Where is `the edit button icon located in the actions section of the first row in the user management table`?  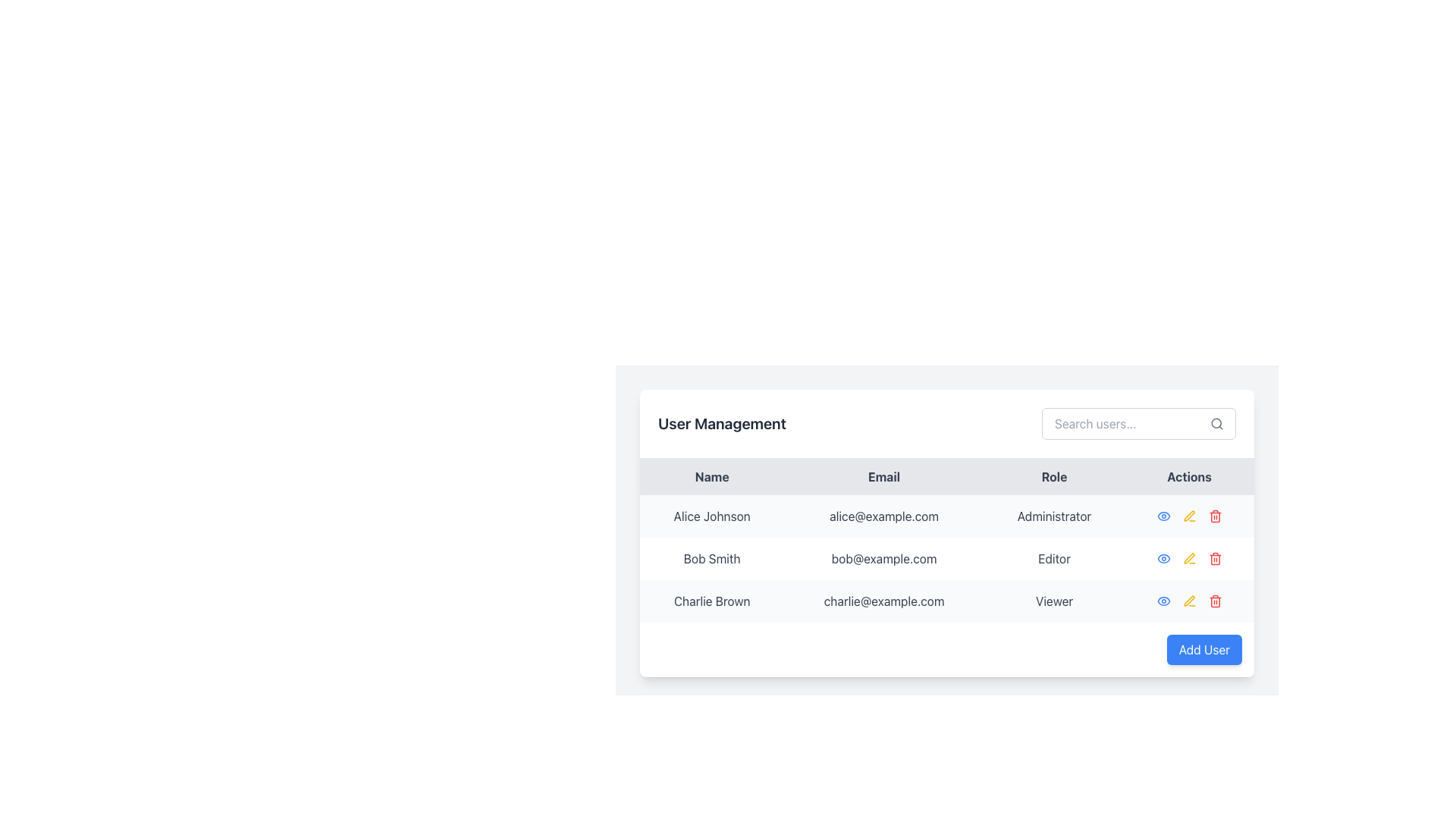 the edit button icon located in the actions section of the first row in the user management table is located at coordinates (1188, 516).